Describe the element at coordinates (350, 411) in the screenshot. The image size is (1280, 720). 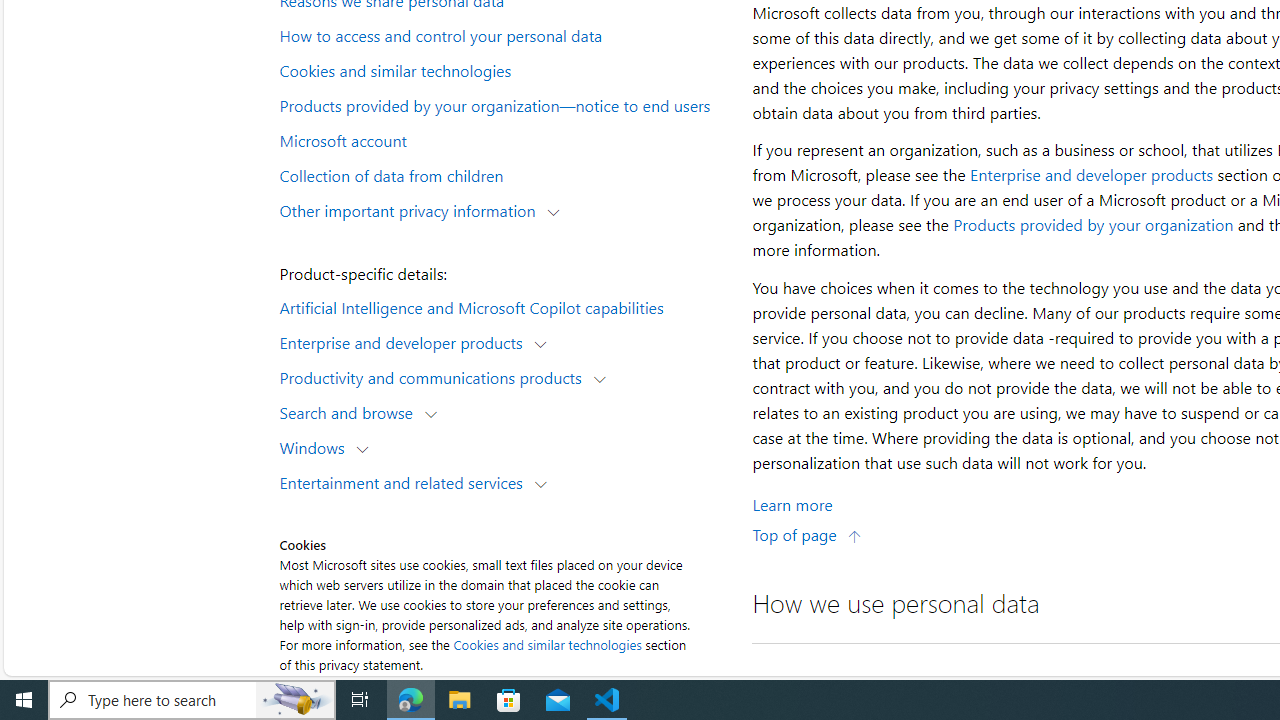
I see `'Search and browse'` at that location.